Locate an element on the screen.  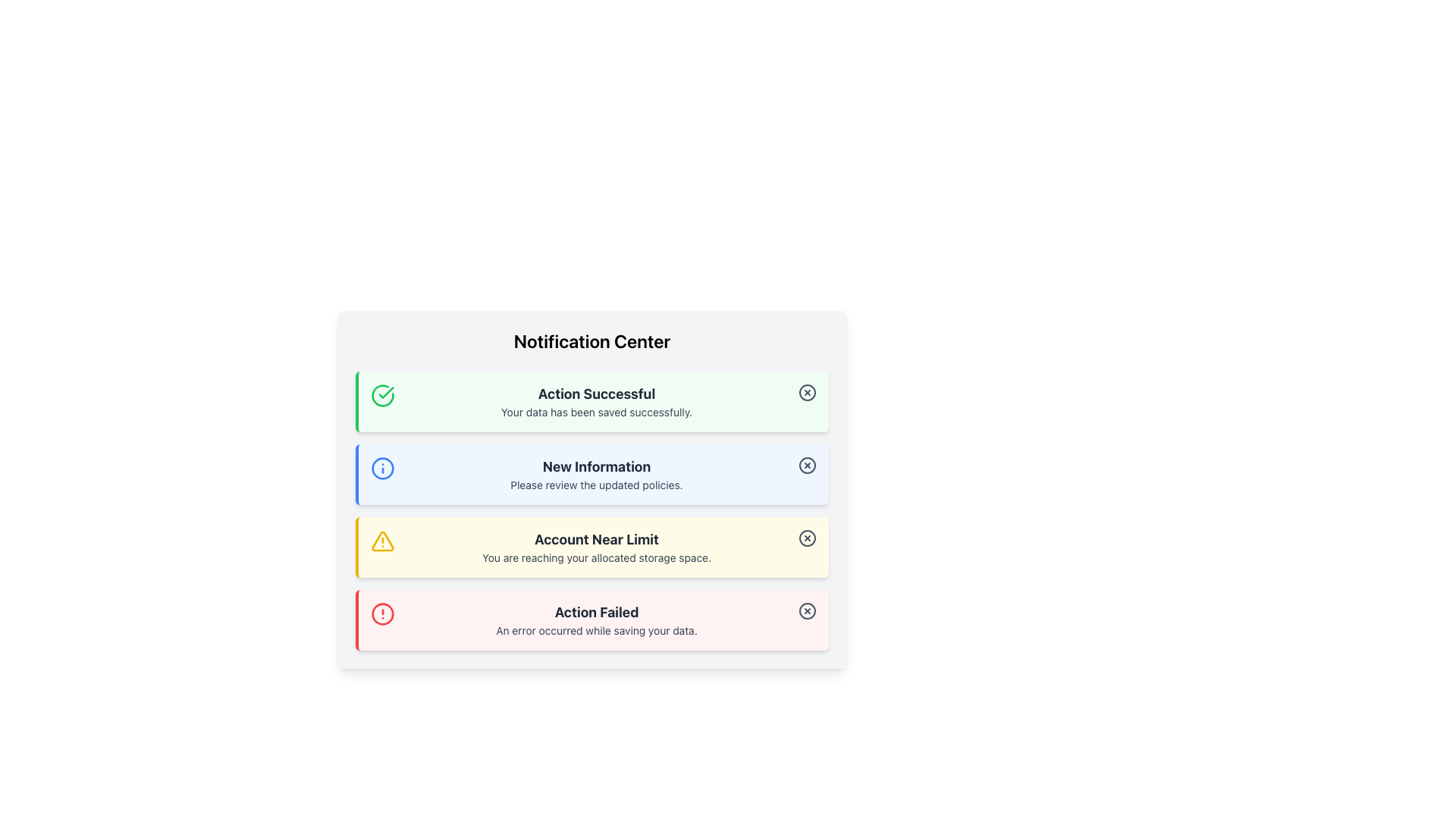
the critical alert graphic icon located inside the bottommost red-themed alert box titled 'Action Failed' is located at coordinates (382, 614).